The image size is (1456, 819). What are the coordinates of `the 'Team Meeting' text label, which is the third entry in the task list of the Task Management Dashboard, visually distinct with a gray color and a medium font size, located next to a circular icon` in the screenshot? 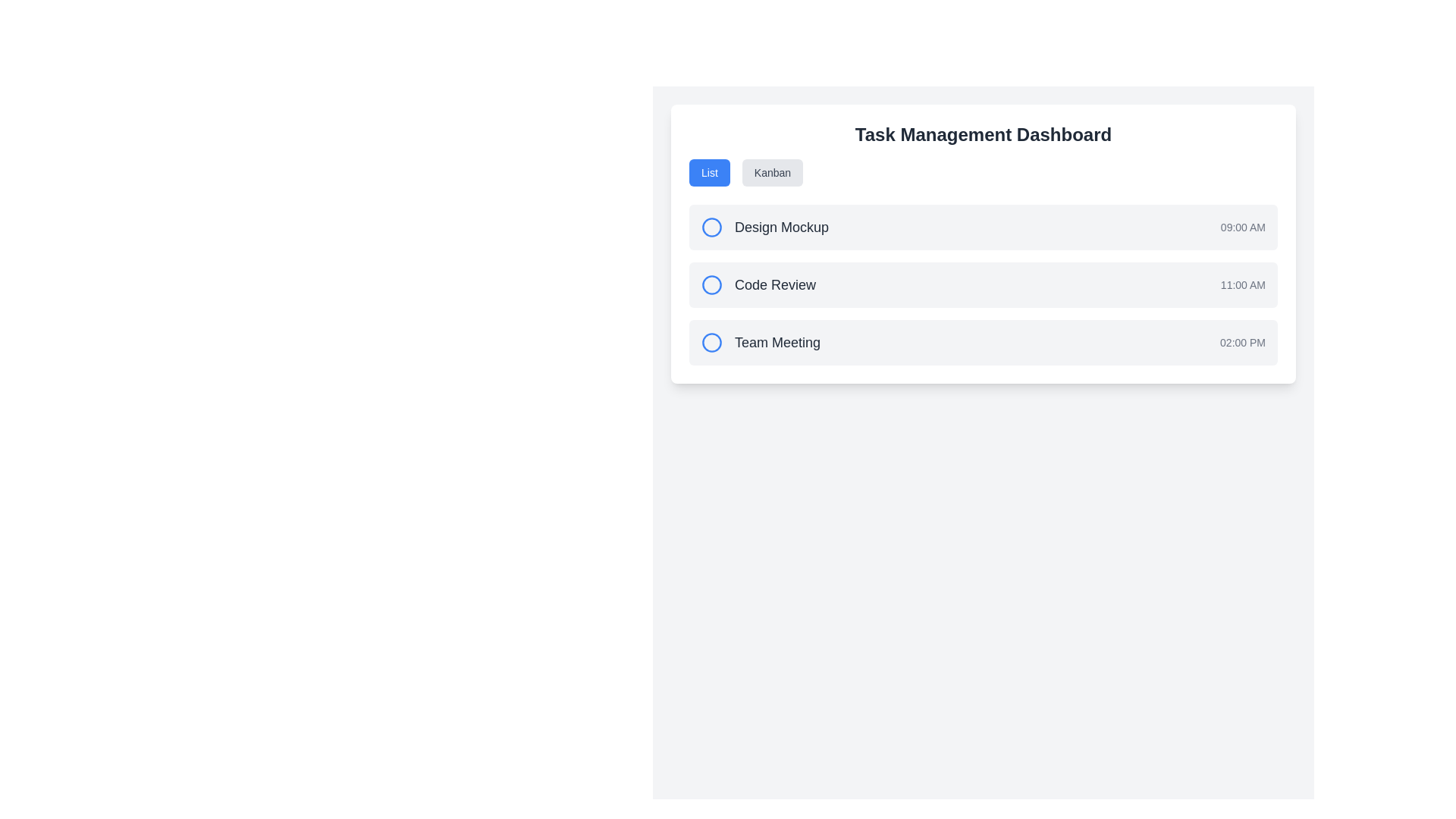 It's located at (777, 342).